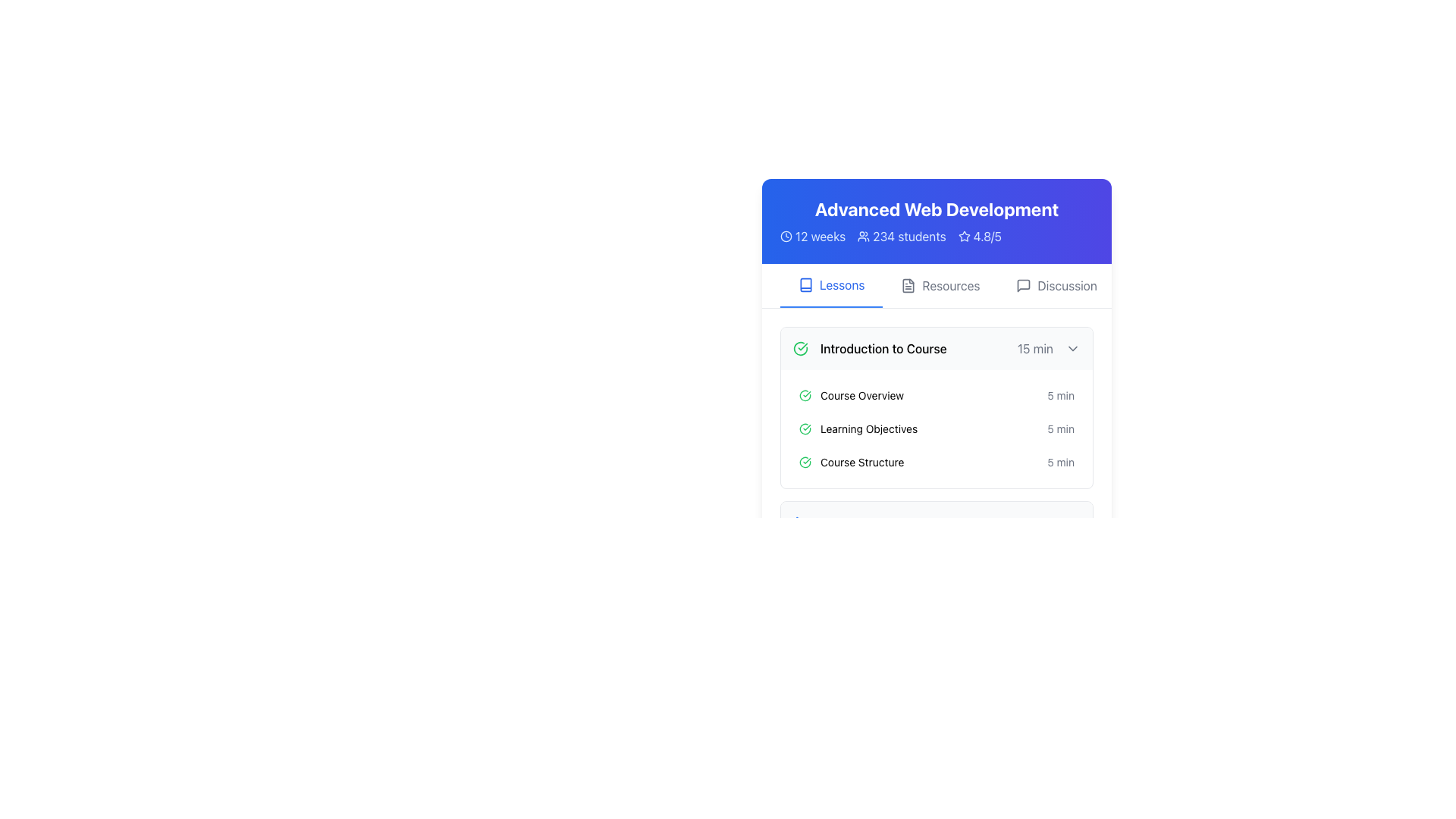  Describe the element at coordinates (1072, 348) in the screenshot. I see `the visual state of the downward-pointing chevron icon adjacent to the '15 min' label in the 'Introduction to Course' section, indicating the expanded or collapsed state of the section` at that location.